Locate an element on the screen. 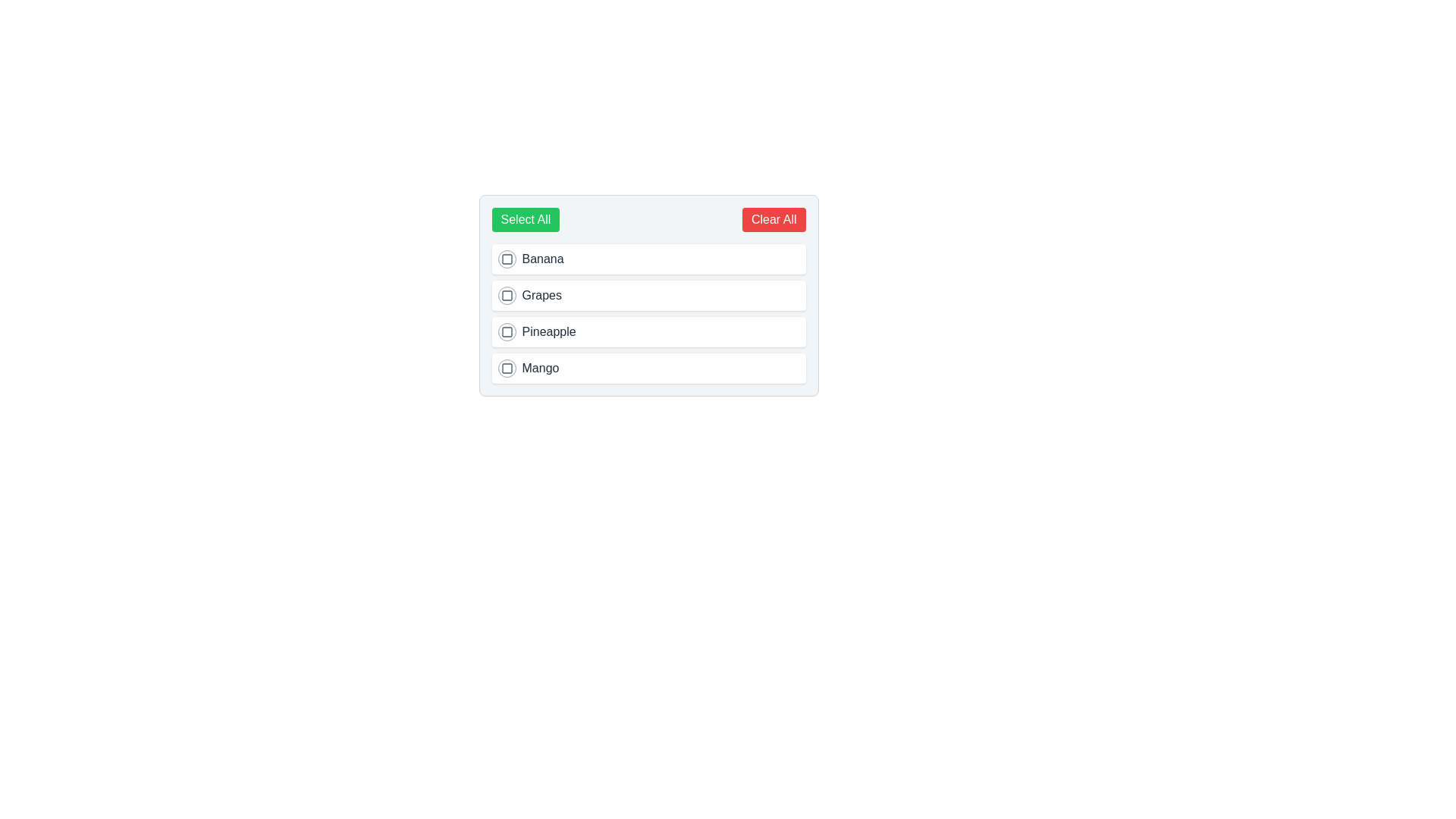 The height and width of the screenshot is (819, 1456). the checkbox labeled 'Grapes' is located at coordinates (507, 295).